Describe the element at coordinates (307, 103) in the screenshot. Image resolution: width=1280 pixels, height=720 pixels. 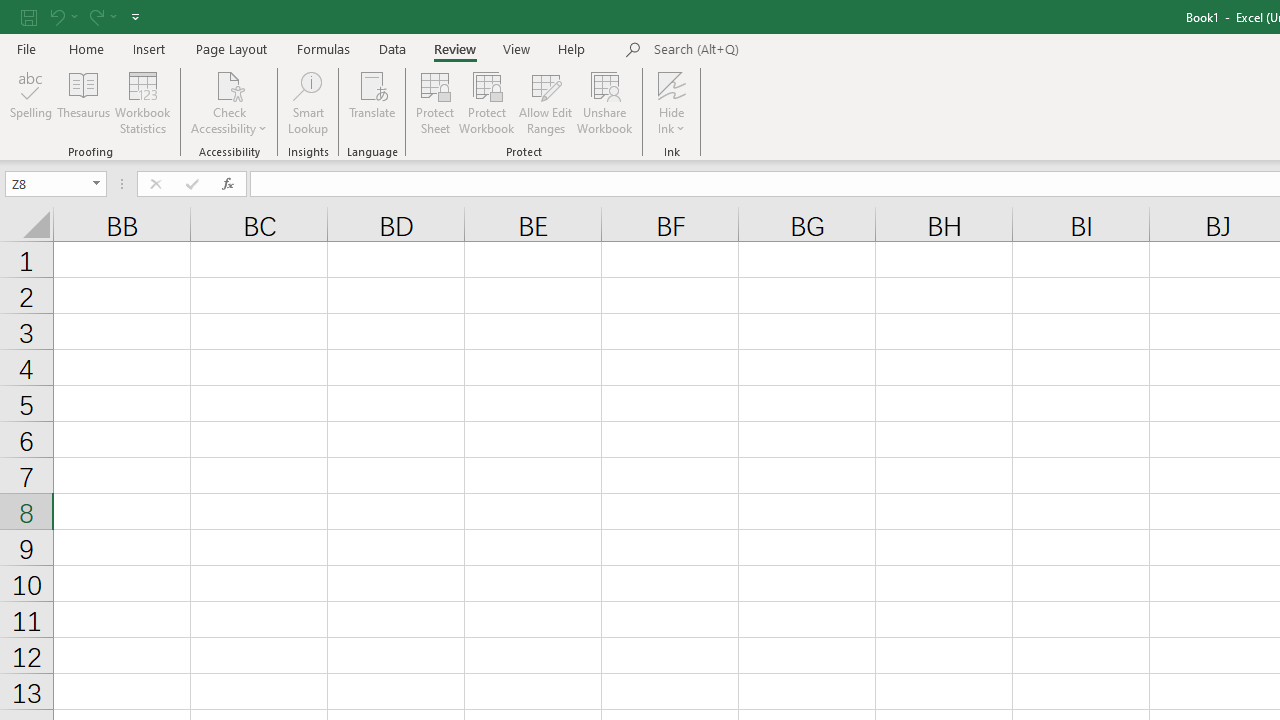
I see `'Smart Lookup'` at that location.